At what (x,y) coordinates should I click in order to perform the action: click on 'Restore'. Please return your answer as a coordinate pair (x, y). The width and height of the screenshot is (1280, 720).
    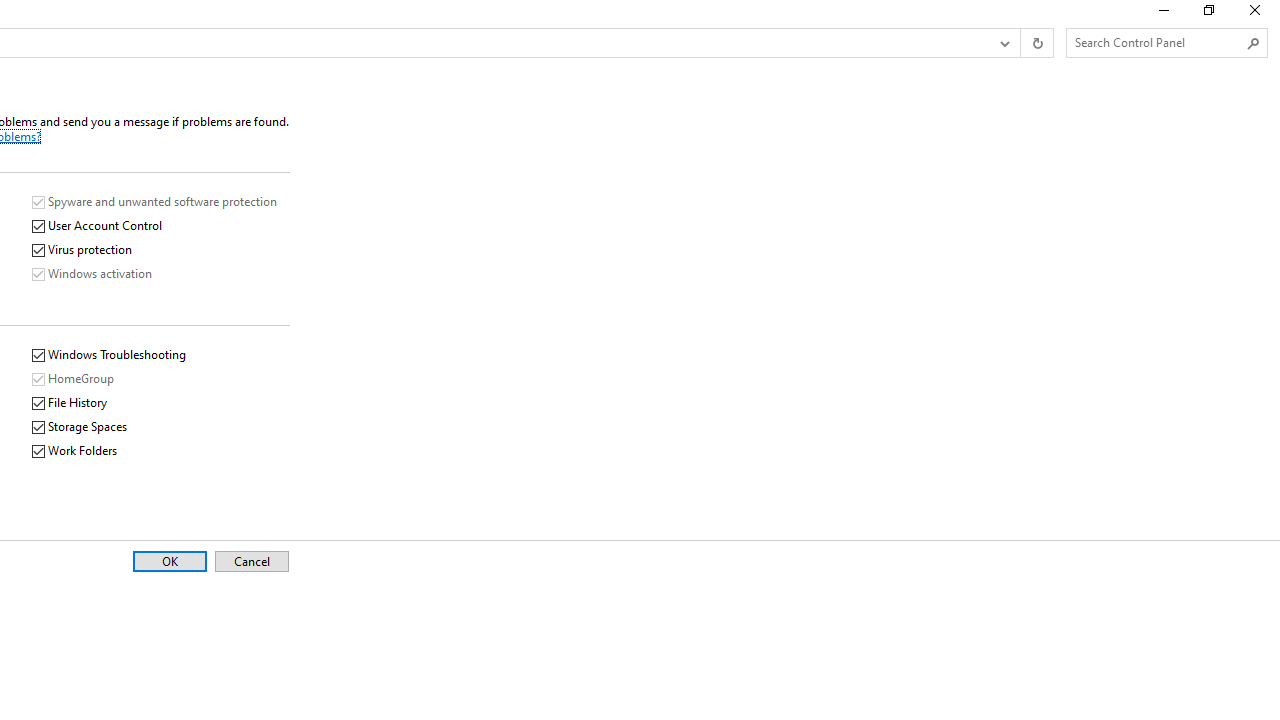
    Looking at the image, I should click on (1207, 15).